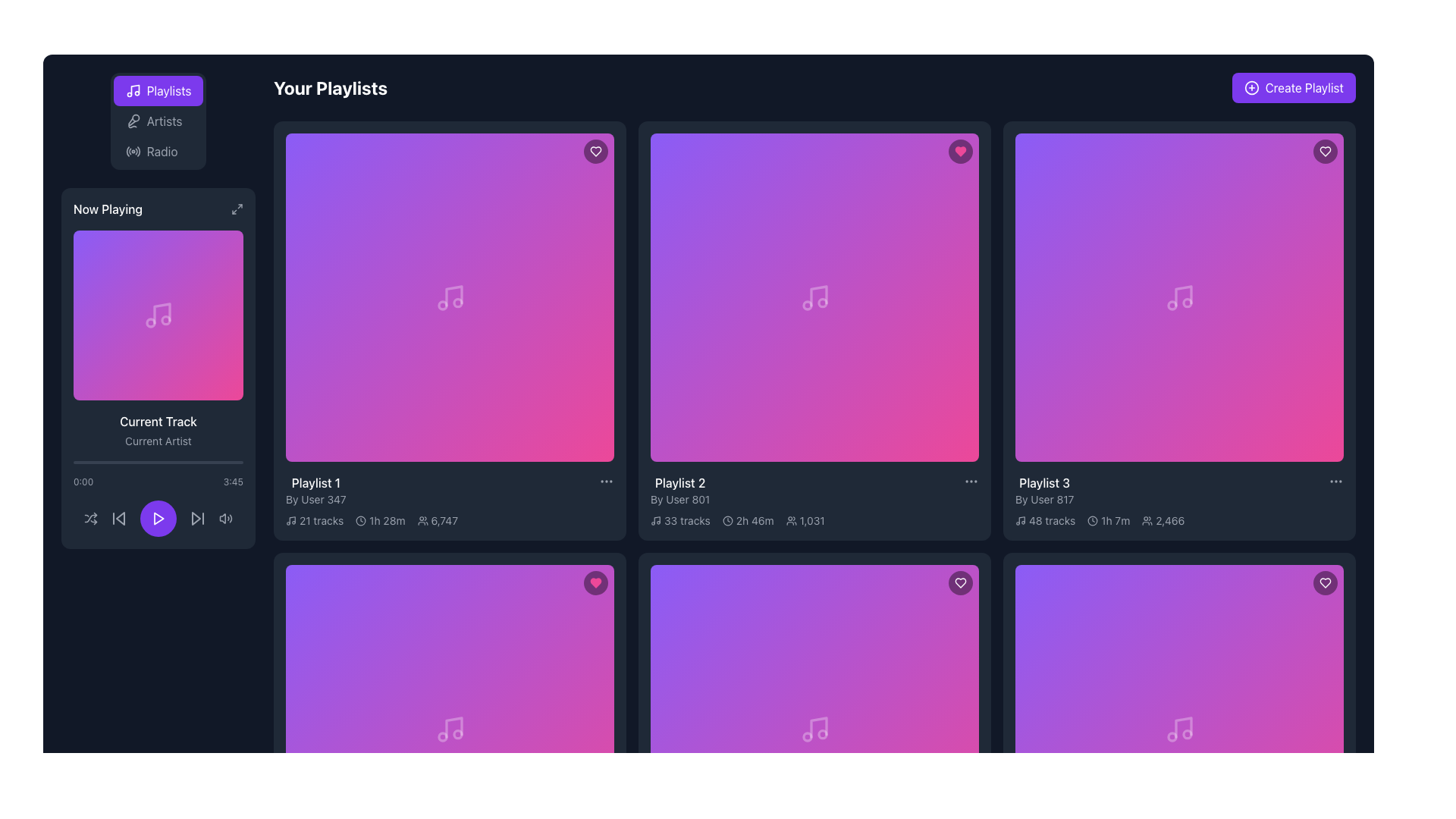 The width and height of the screenshot is (1456, 819). Describe the element at coordinates (449, 297) in the screenshot. I see `the triangular play icon button with a violet gradient circle background located at the center of the first playlist card in the 'Your Playlists' grid to play the playlist` at that location.